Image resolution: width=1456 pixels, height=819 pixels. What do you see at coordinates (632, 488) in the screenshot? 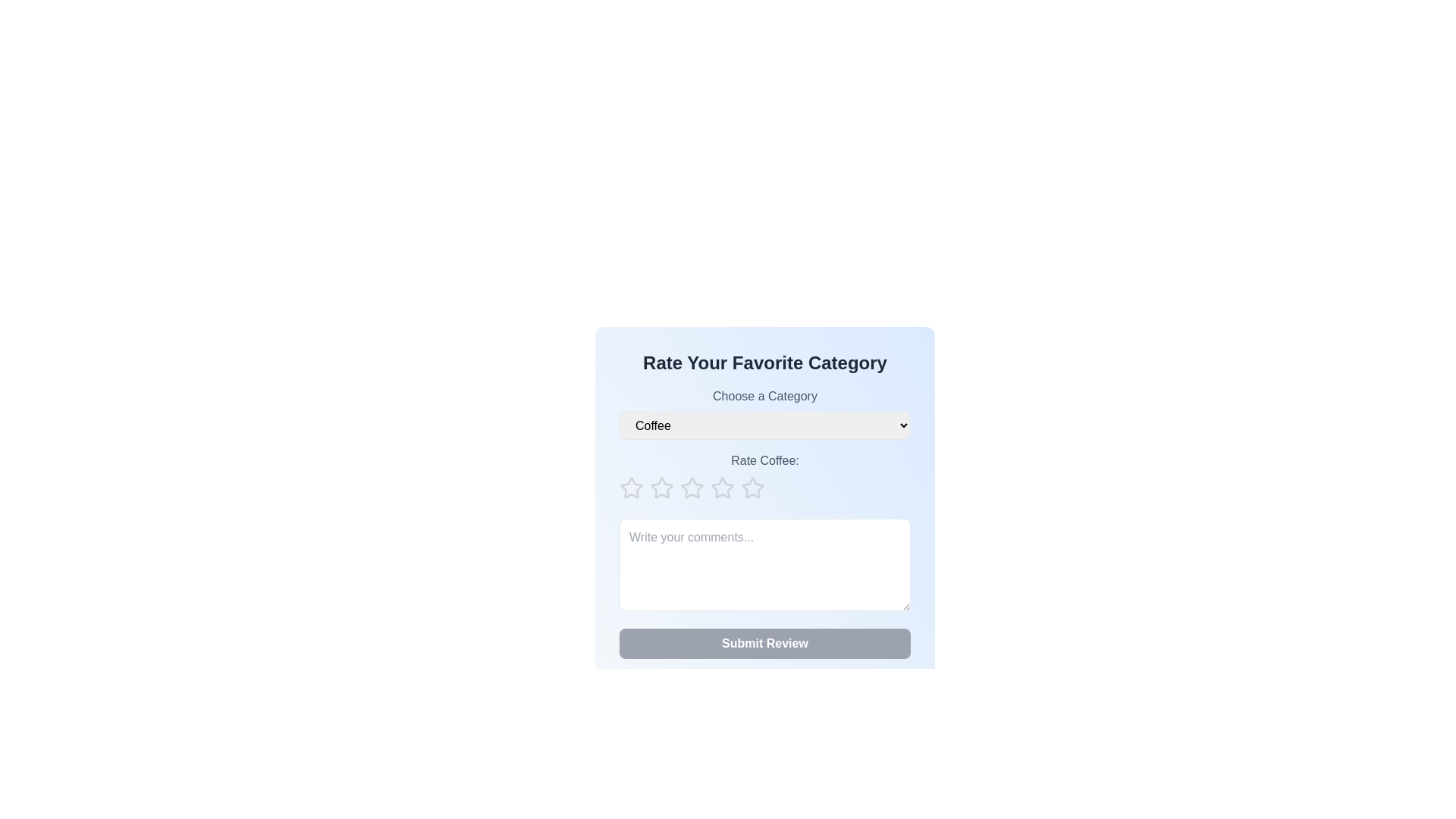
I see `the first interactive rating star button, which is a hollow gray five-pointed star icon indicating an unselected state` at bounding box center [632, 488].